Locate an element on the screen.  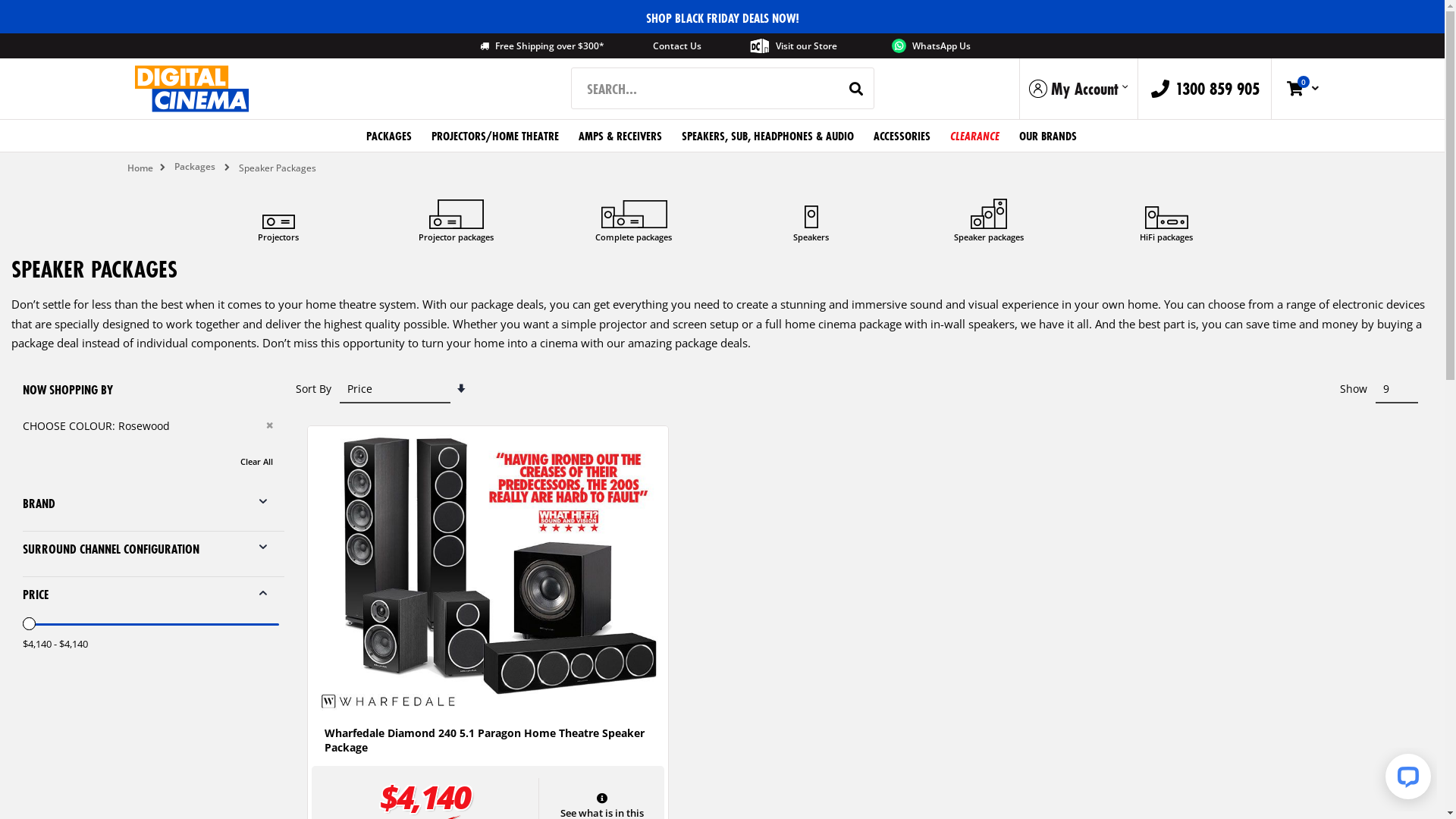
'1300 859 905' is located at coordinates (1139, 88).